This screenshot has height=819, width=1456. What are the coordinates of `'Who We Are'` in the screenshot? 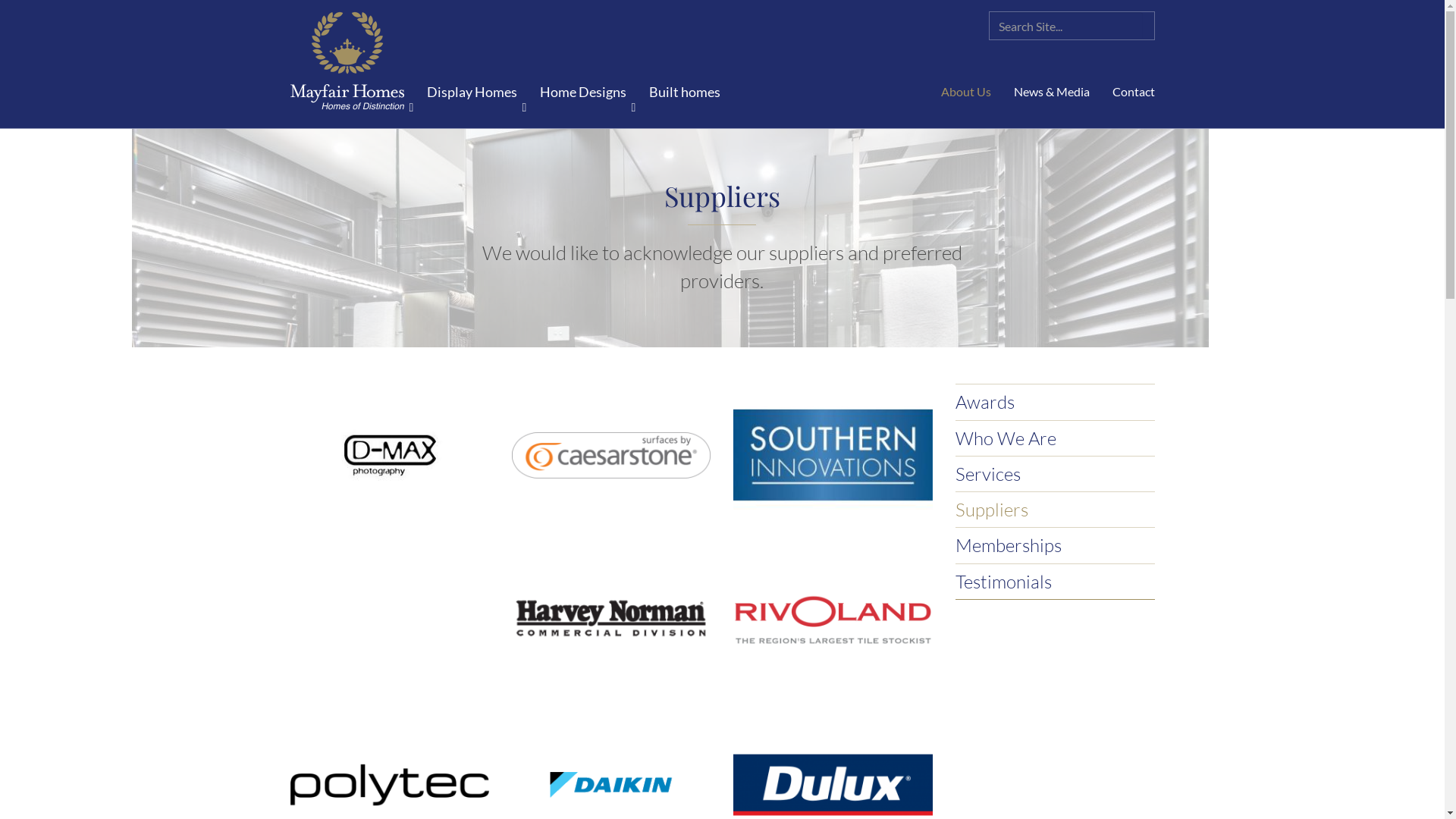 It's located at (954, 438).